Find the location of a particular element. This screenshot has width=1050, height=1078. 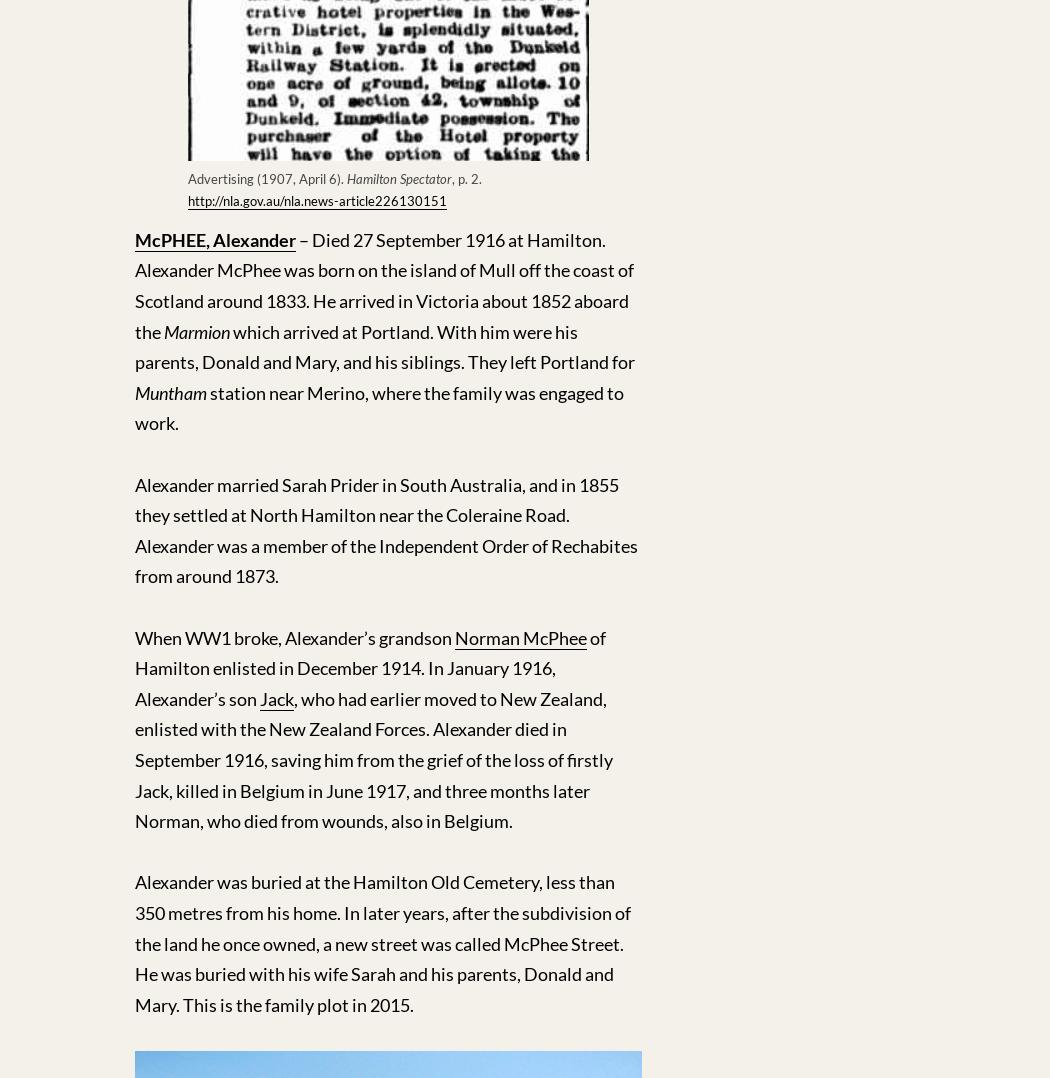

'Hamilton Spectator' is located at coordinates (399, 176).